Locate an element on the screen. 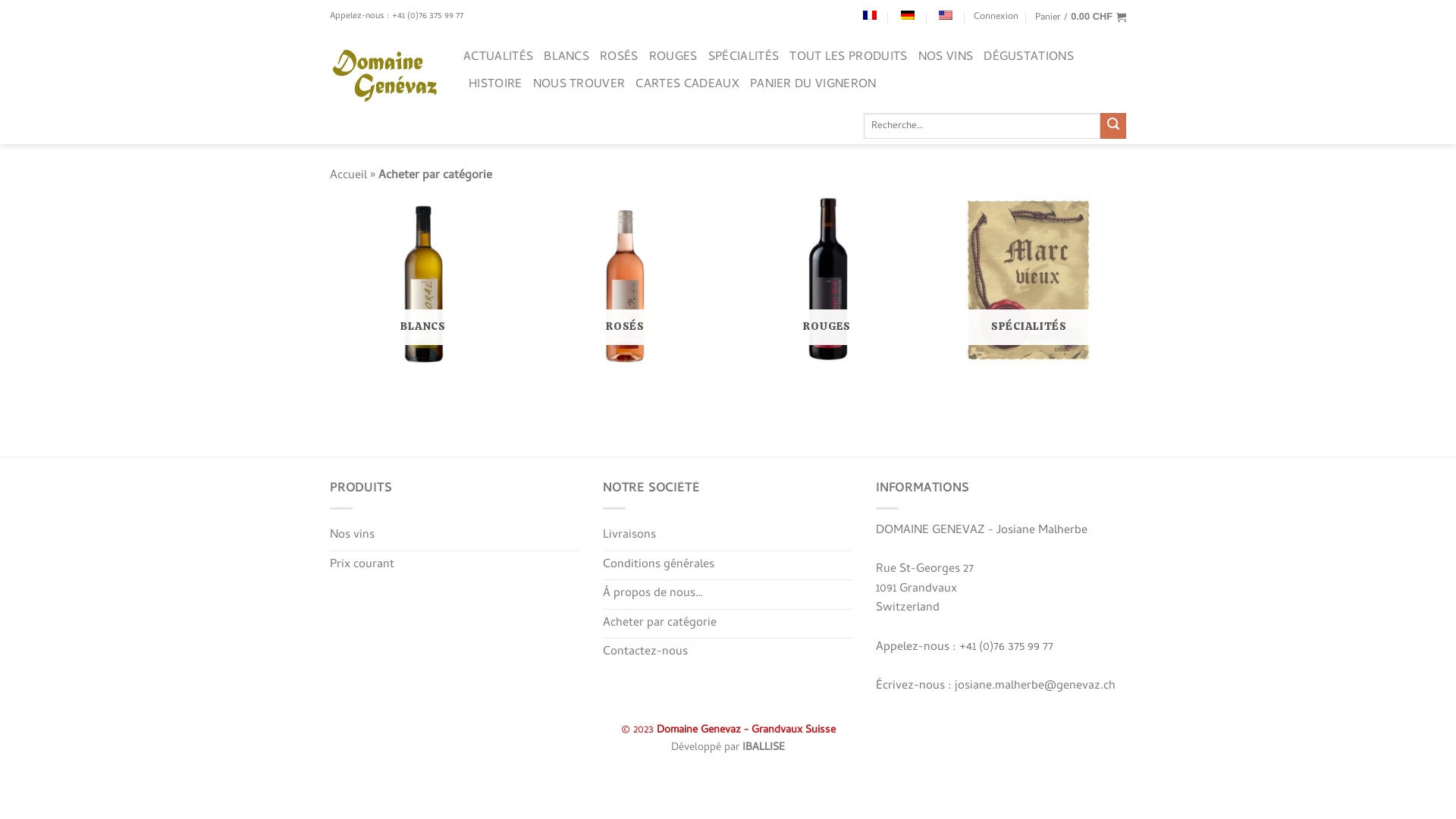 The image size is (1456, 819). 'Recherche' is located at coordinates (1100, 124).